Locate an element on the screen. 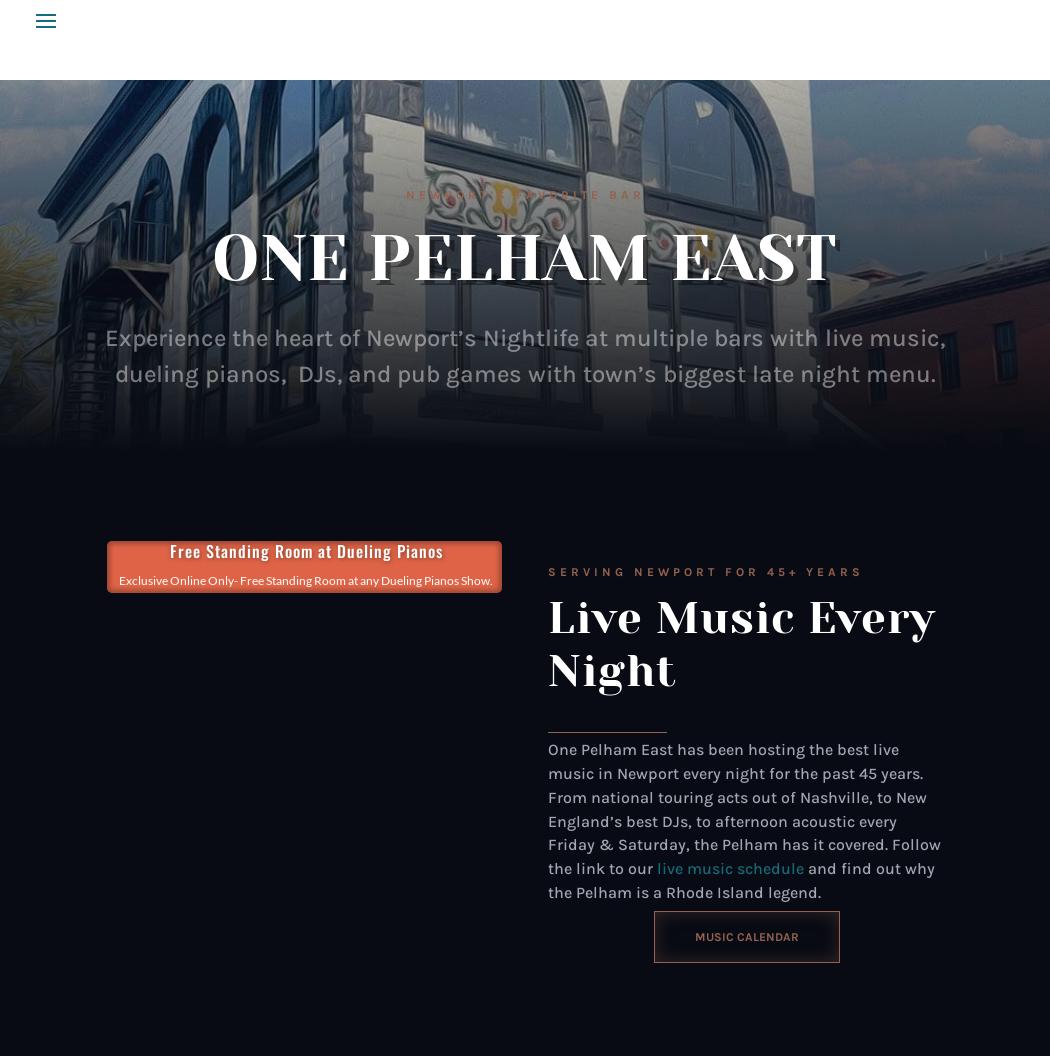 The image size is (1050, 1056). 'live music schedule' is located at coordinates (729, 867).